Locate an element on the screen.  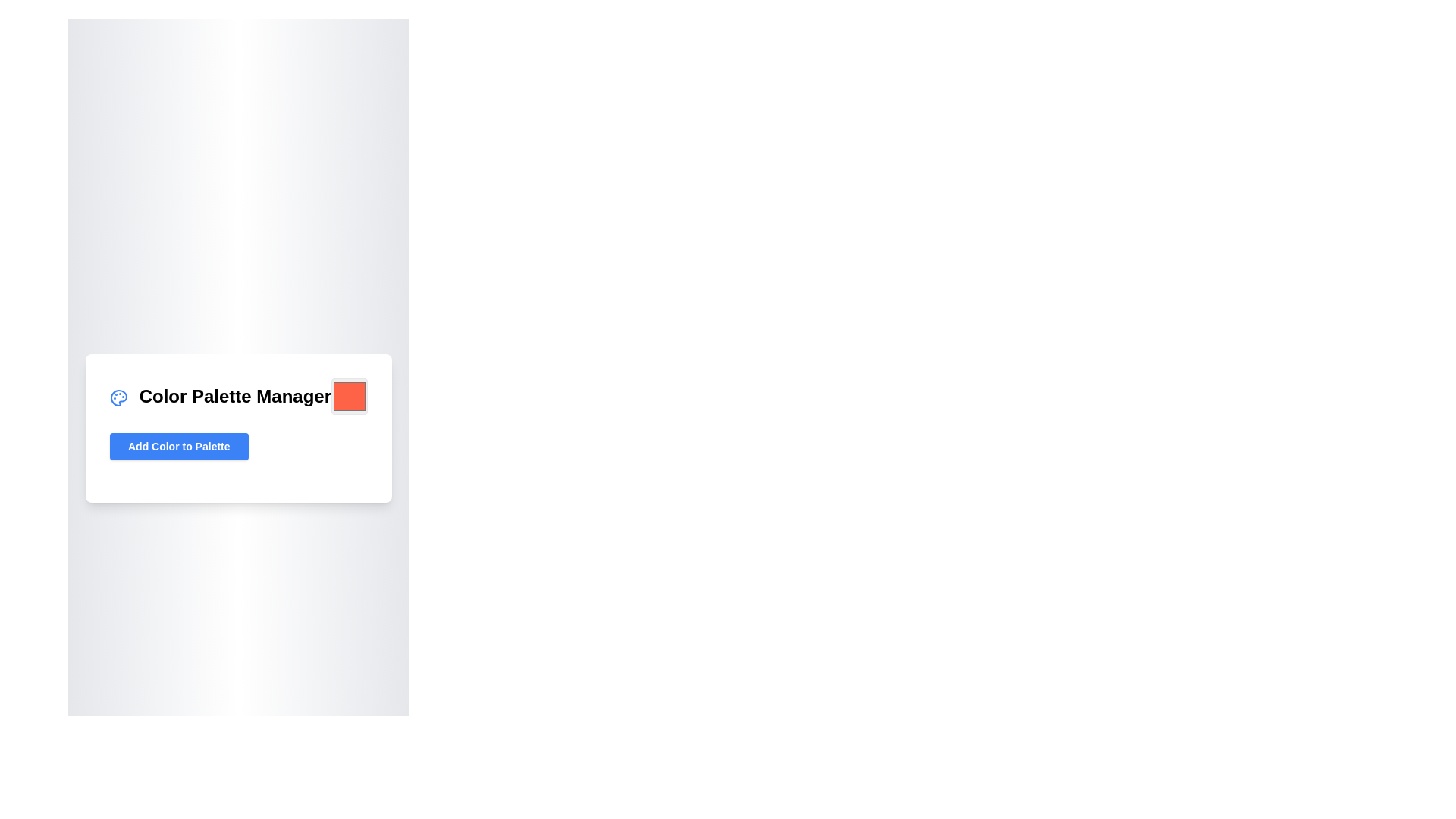
the Text label located at the top of the card-like box, which helps users understand the section's purpose, positioned with a blue icon to its left and a color input box to its right is located at coordinates (220, 396).